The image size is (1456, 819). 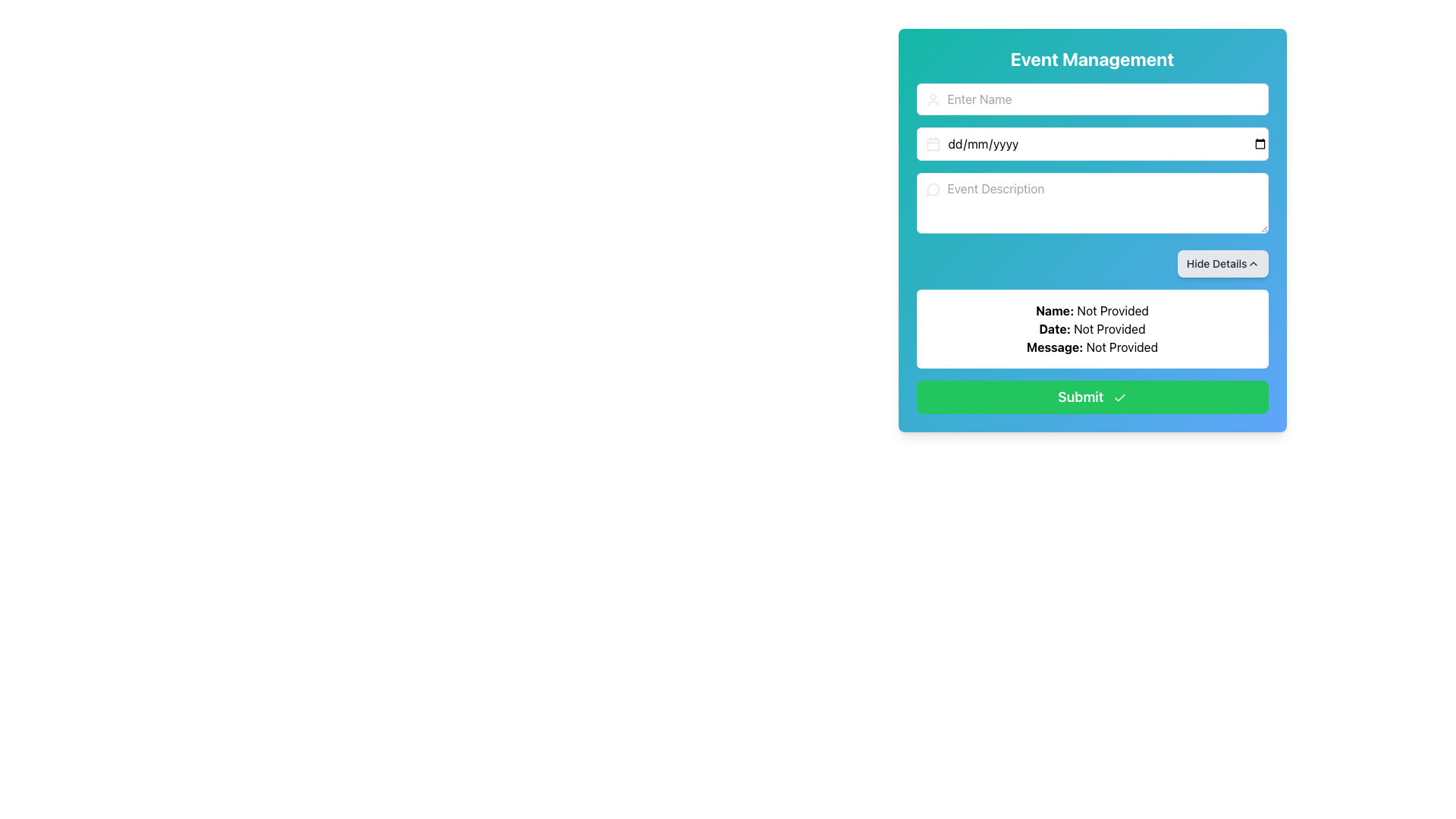 I want to click on the Text Label element displaying 'Name: Not Provided' which is the first item in a list of similar entries, so click(x=1092, y=309).